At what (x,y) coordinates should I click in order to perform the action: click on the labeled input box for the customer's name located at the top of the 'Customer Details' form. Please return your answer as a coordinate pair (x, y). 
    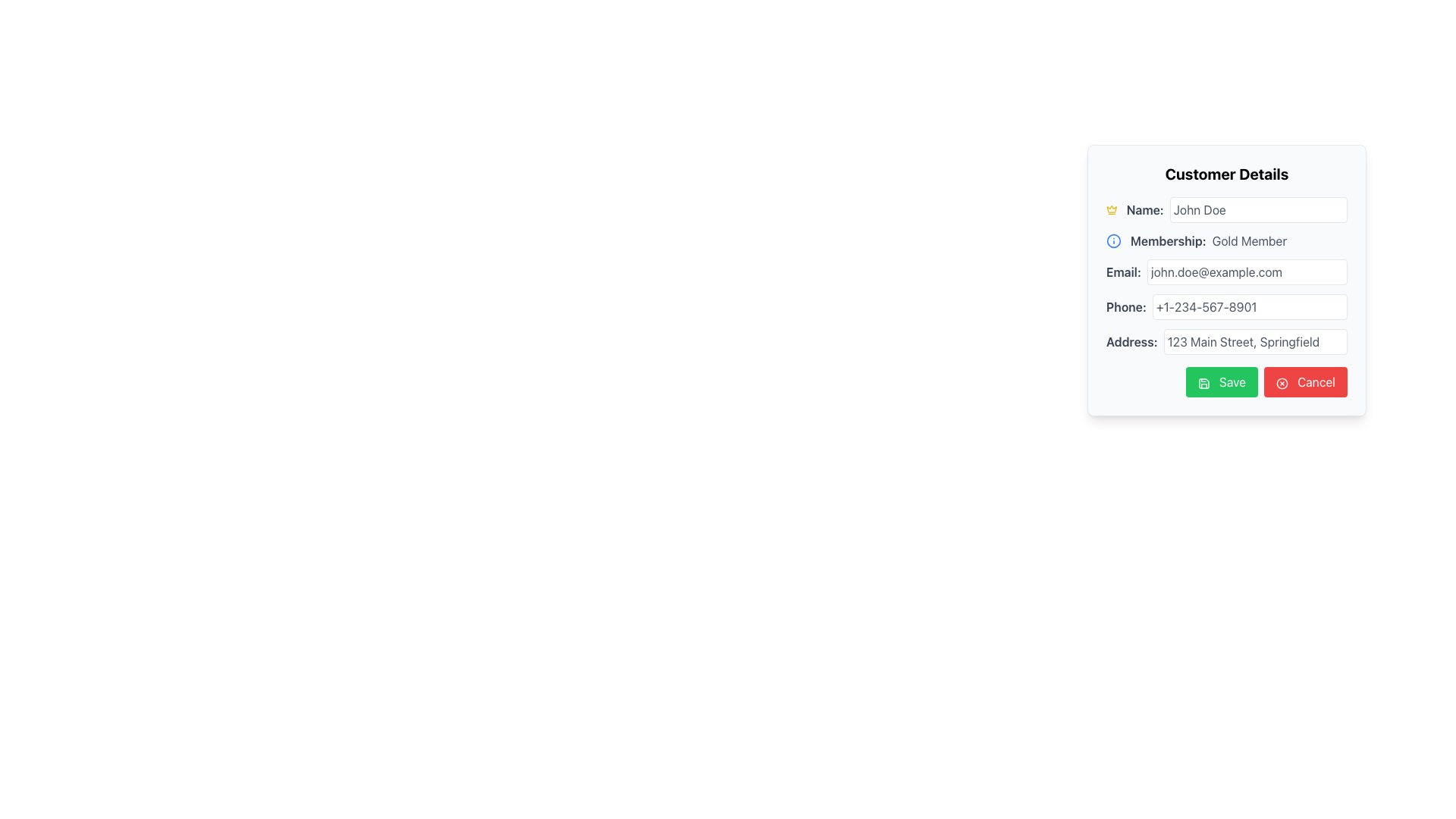
    Looking at the image, I should click on (1226, 210).